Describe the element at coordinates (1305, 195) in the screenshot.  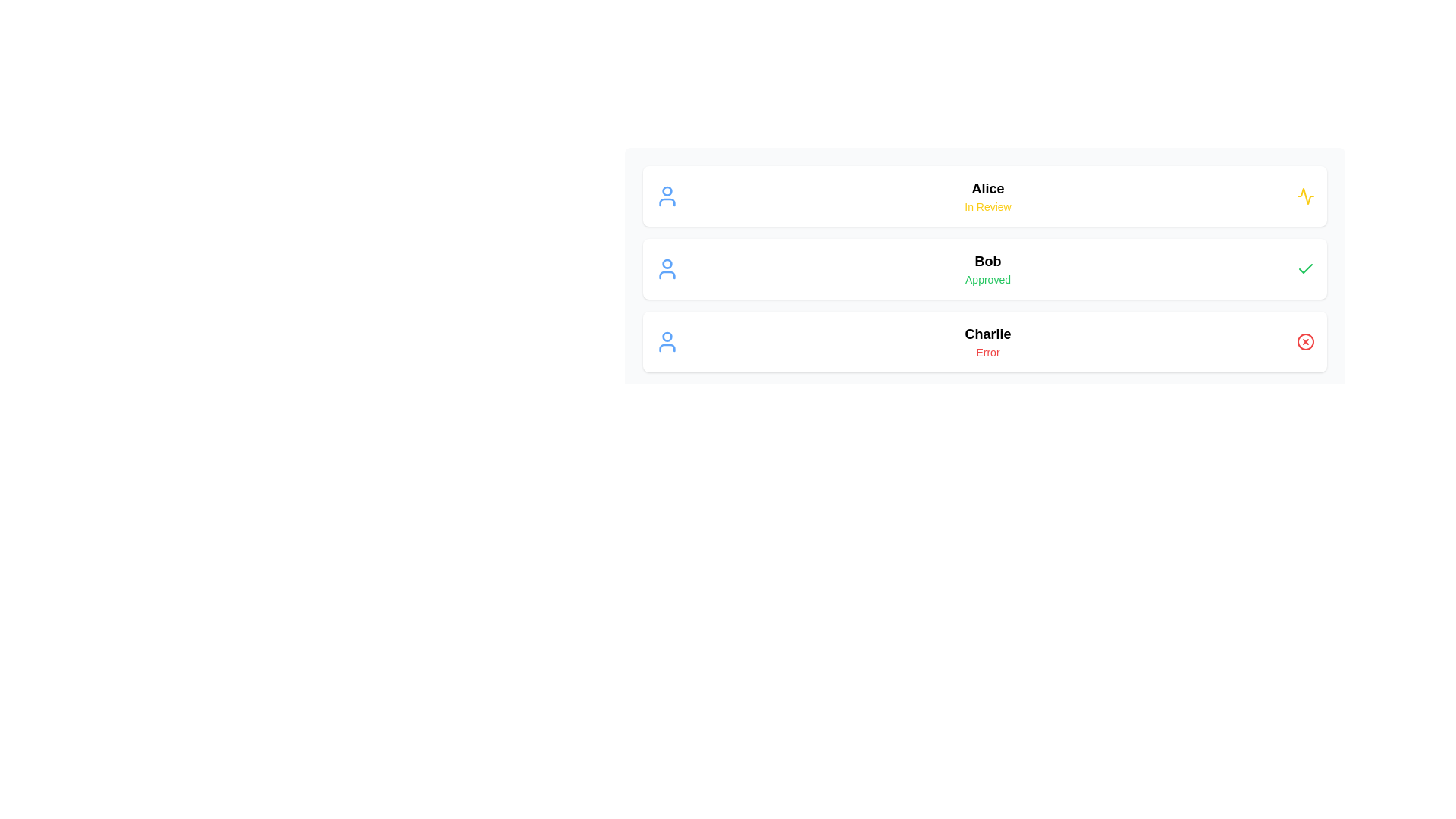
I see `the yellow waveform-like activity indicator icon located in the top-right corner of the card labeled 'Alice'` at that location.